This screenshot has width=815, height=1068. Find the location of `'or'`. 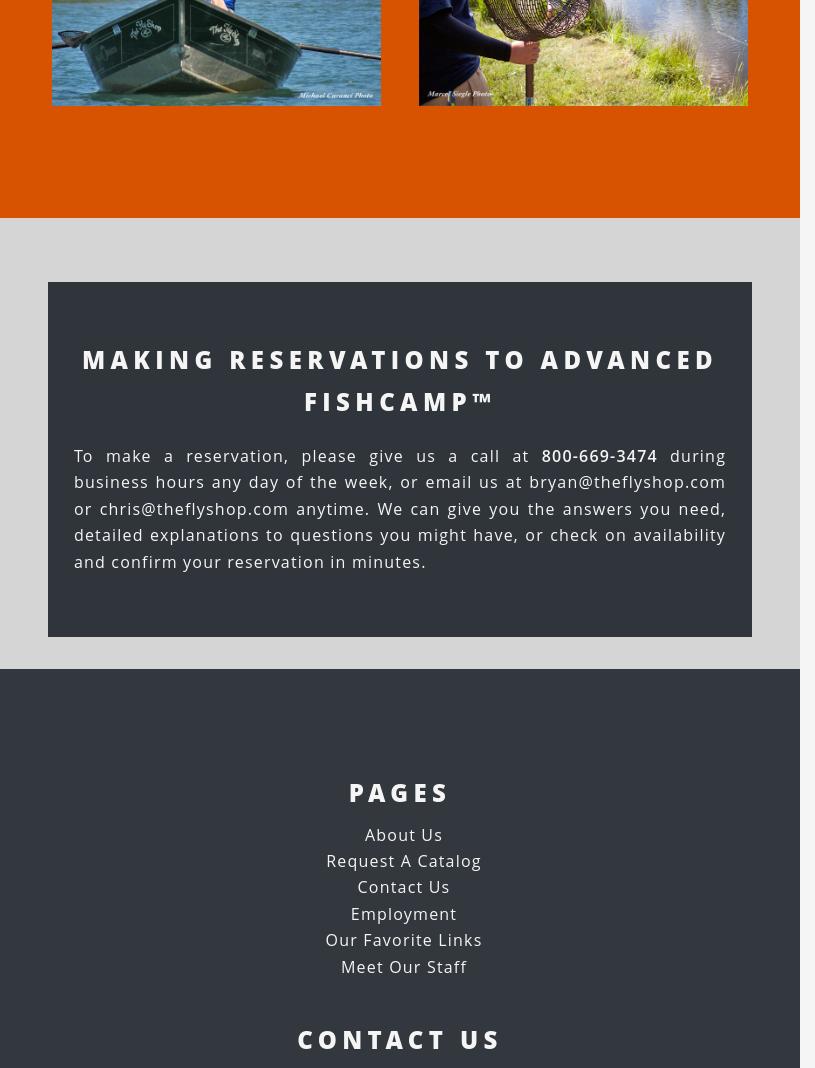

'or' is located at coordinates (84, 508).